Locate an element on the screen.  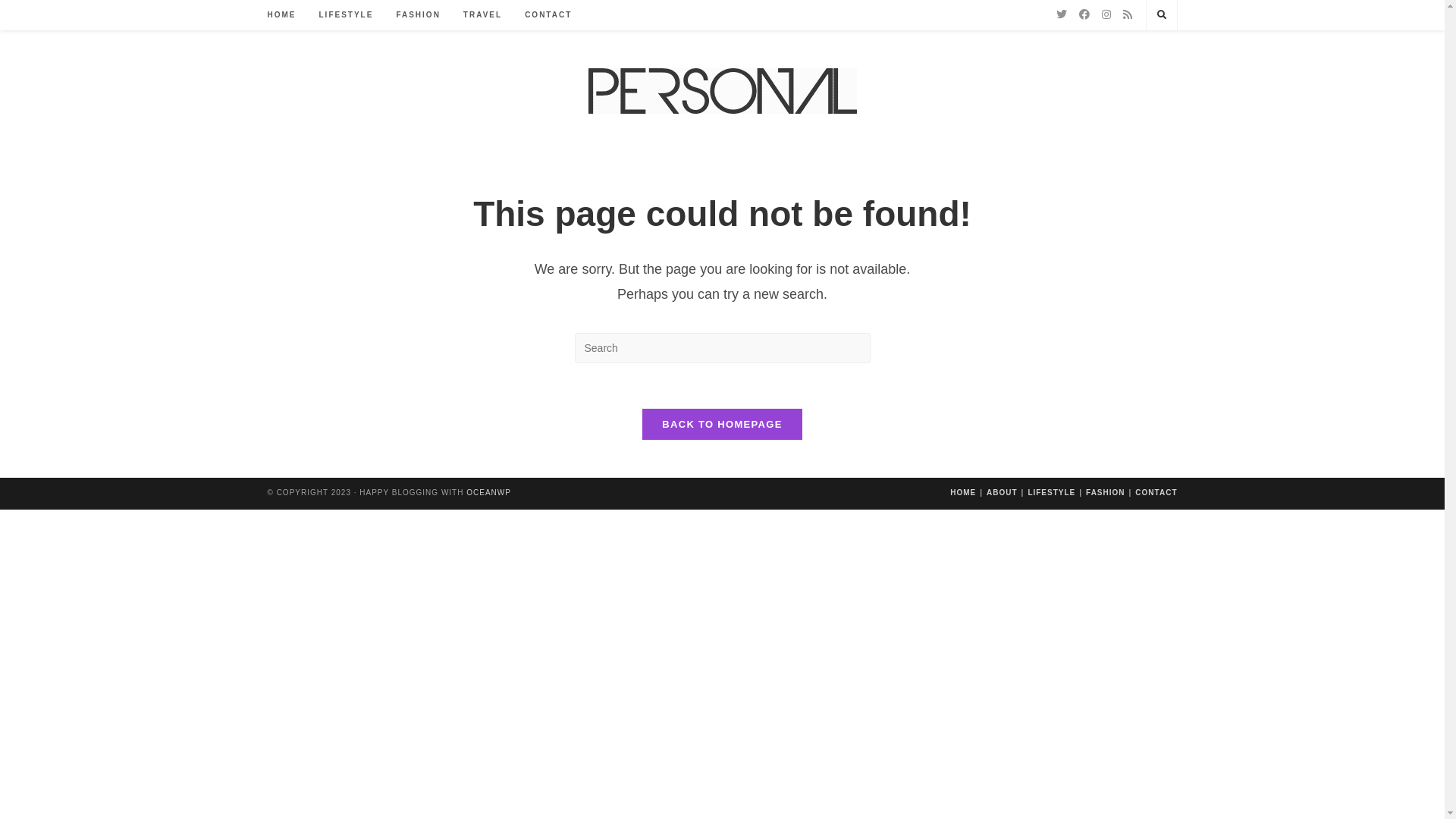
'HOME' is located at coordinates (962, 492).